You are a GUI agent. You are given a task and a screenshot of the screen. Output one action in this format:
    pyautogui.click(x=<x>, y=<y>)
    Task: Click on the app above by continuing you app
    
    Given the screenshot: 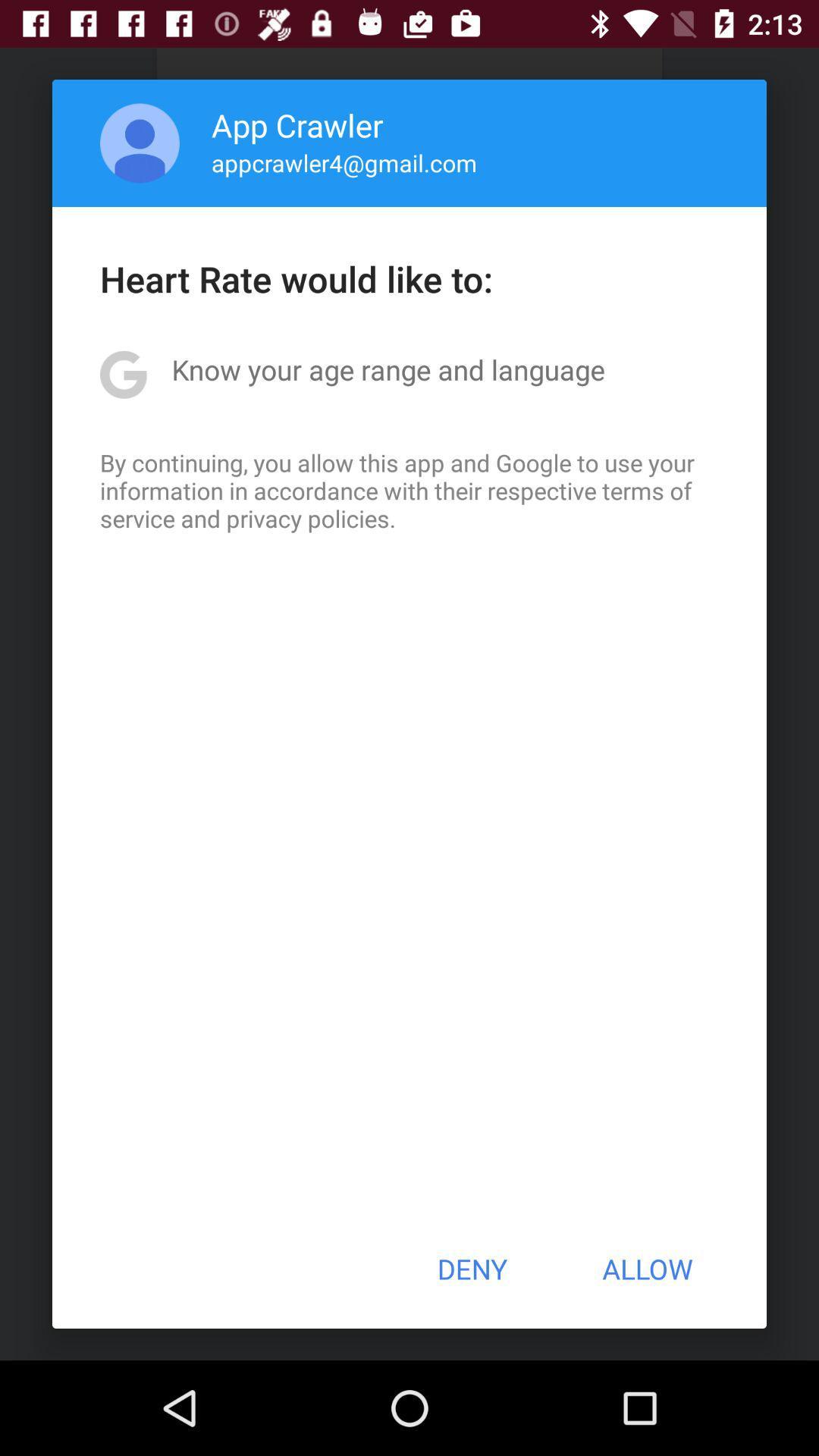 What is the action you would take?
    pyautogui.click(x=388, y=369)
    